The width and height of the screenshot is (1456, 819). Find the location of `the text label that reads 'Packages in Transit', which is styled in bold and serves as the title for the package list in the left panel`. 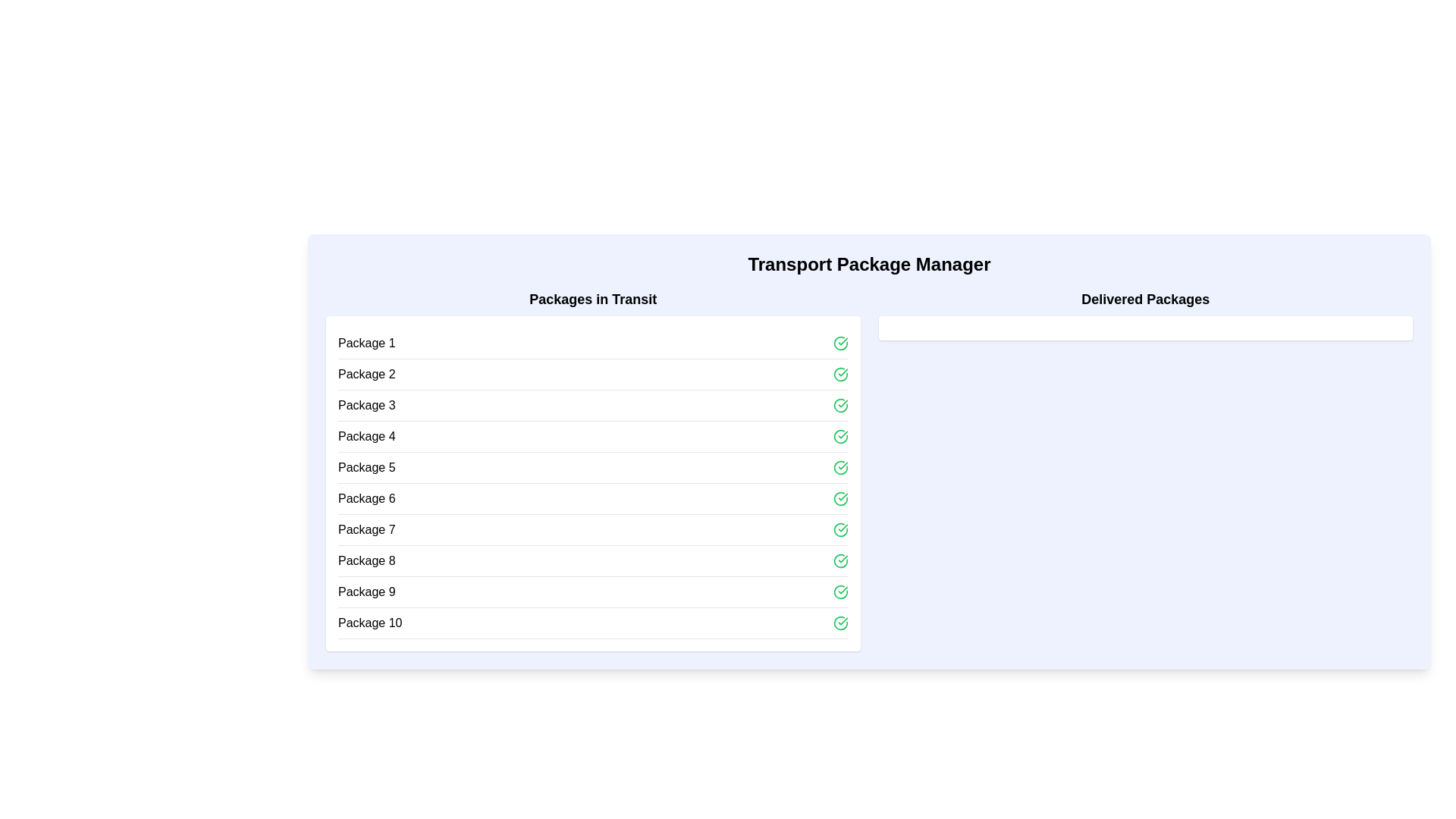

the text label that reads 'Packages in Transit', which is styled in bold and serves as the title for the package list in the left panel is located at coordinates (592, 299).